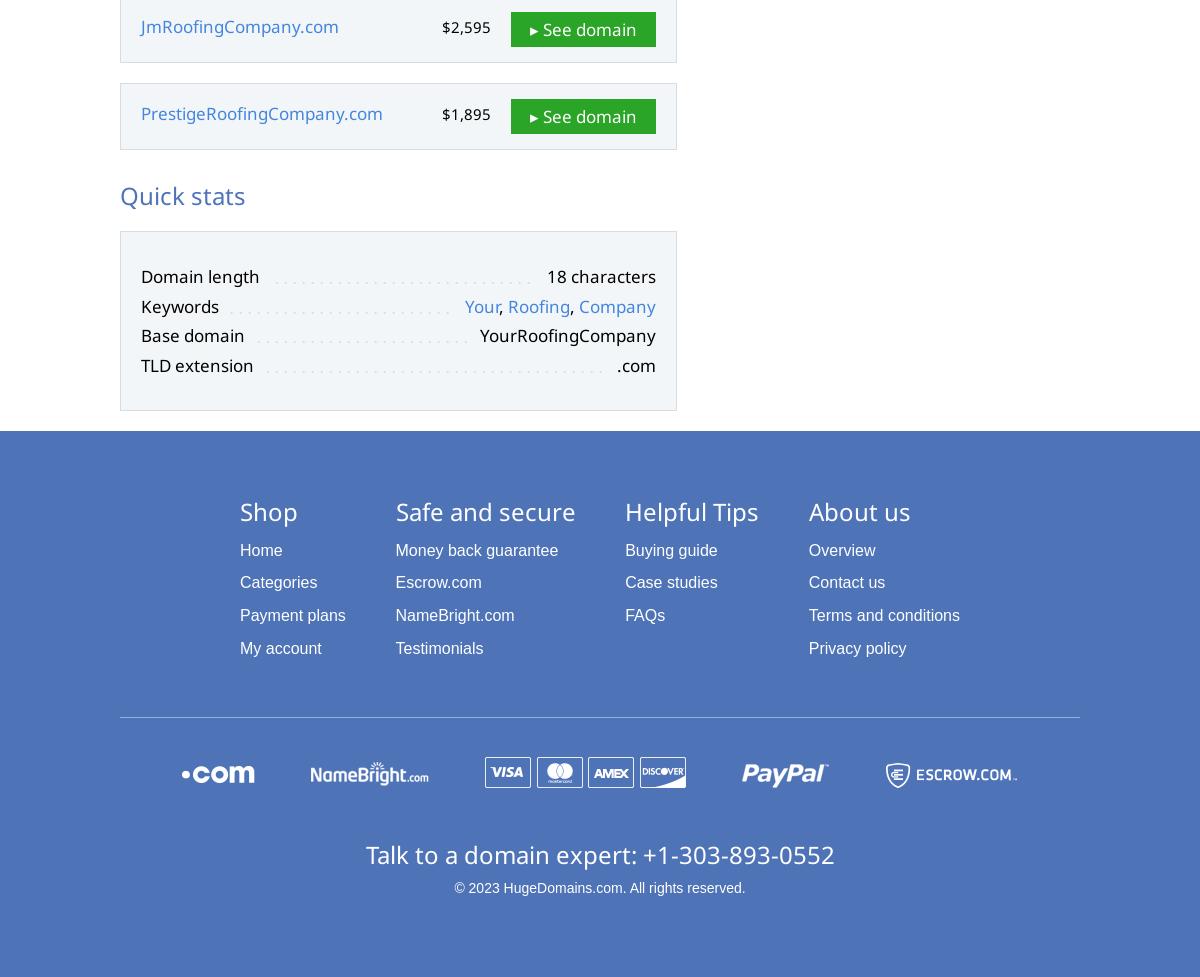  I want to click on 'Contact us', so click(845, 581).